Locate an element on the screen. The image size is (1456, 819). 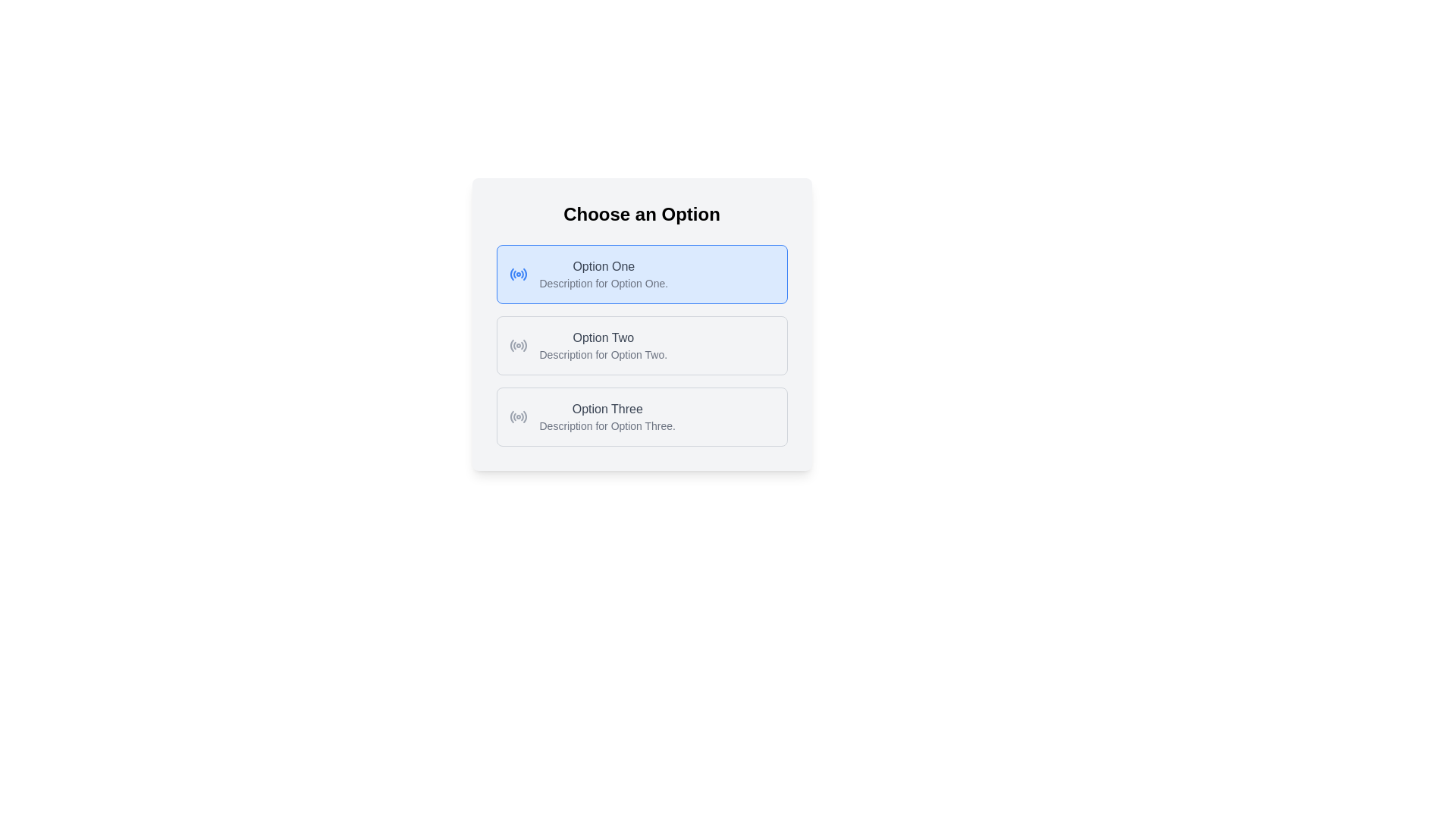
the second selectable option in a vertical list of three options is located at coordinates (602, 345).